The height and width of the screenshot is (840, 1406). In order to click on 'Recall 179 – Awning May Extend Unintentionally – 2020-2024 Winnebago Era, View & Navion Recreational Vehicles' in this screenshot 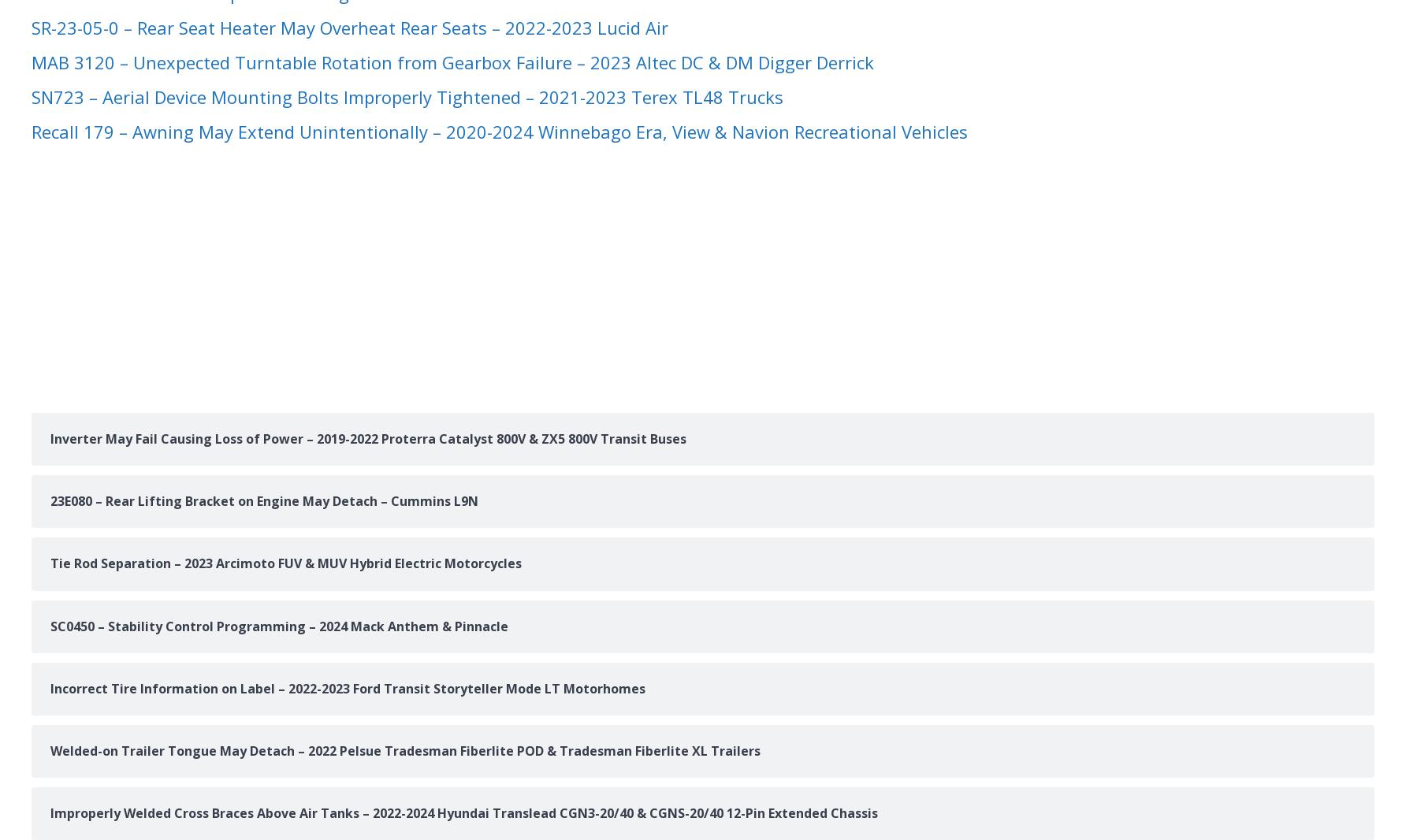, I will do `click(499, 131)`.